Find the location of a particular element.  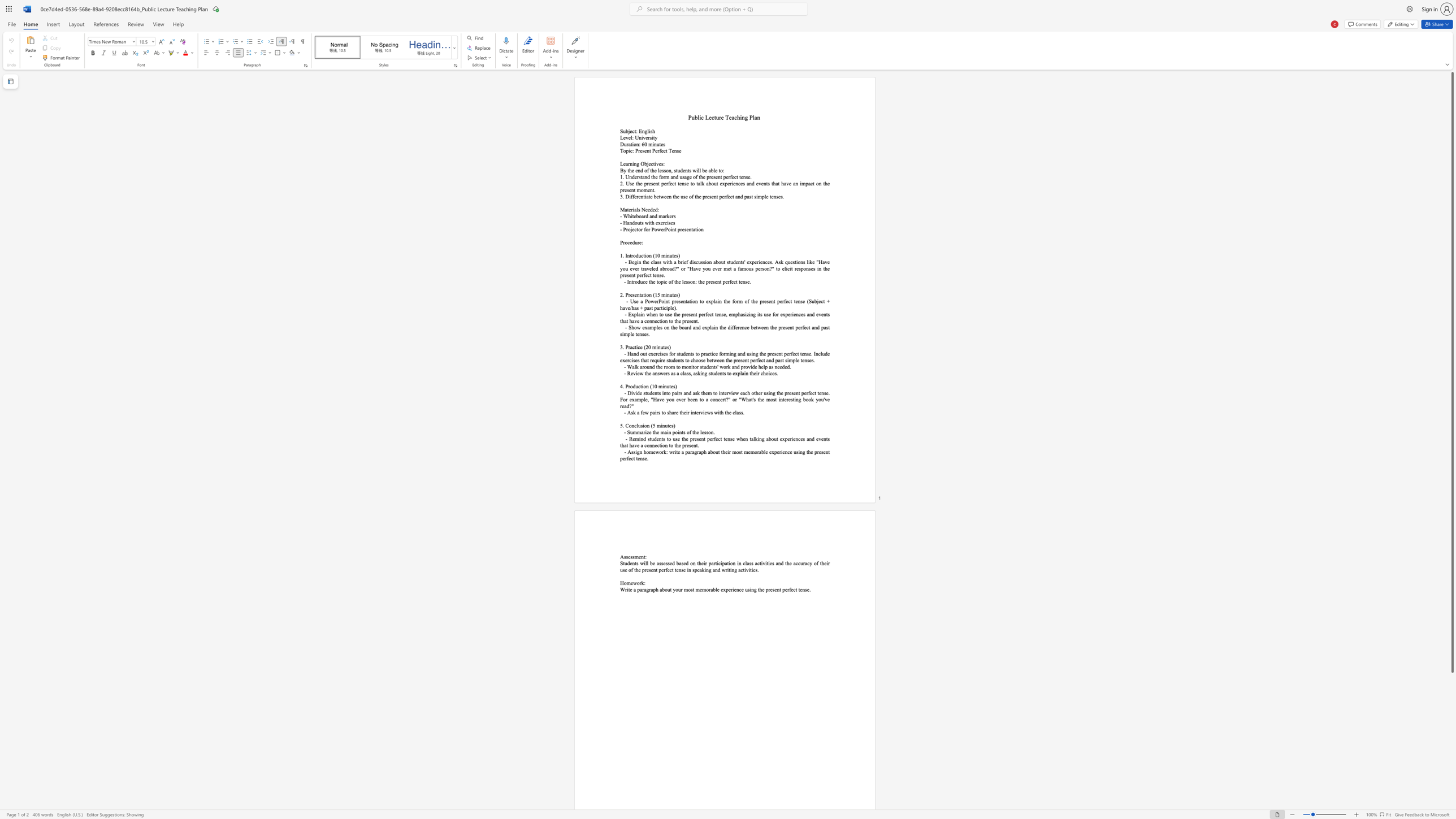

the 2th character "p" in the text is located at coordinates (765, 366).